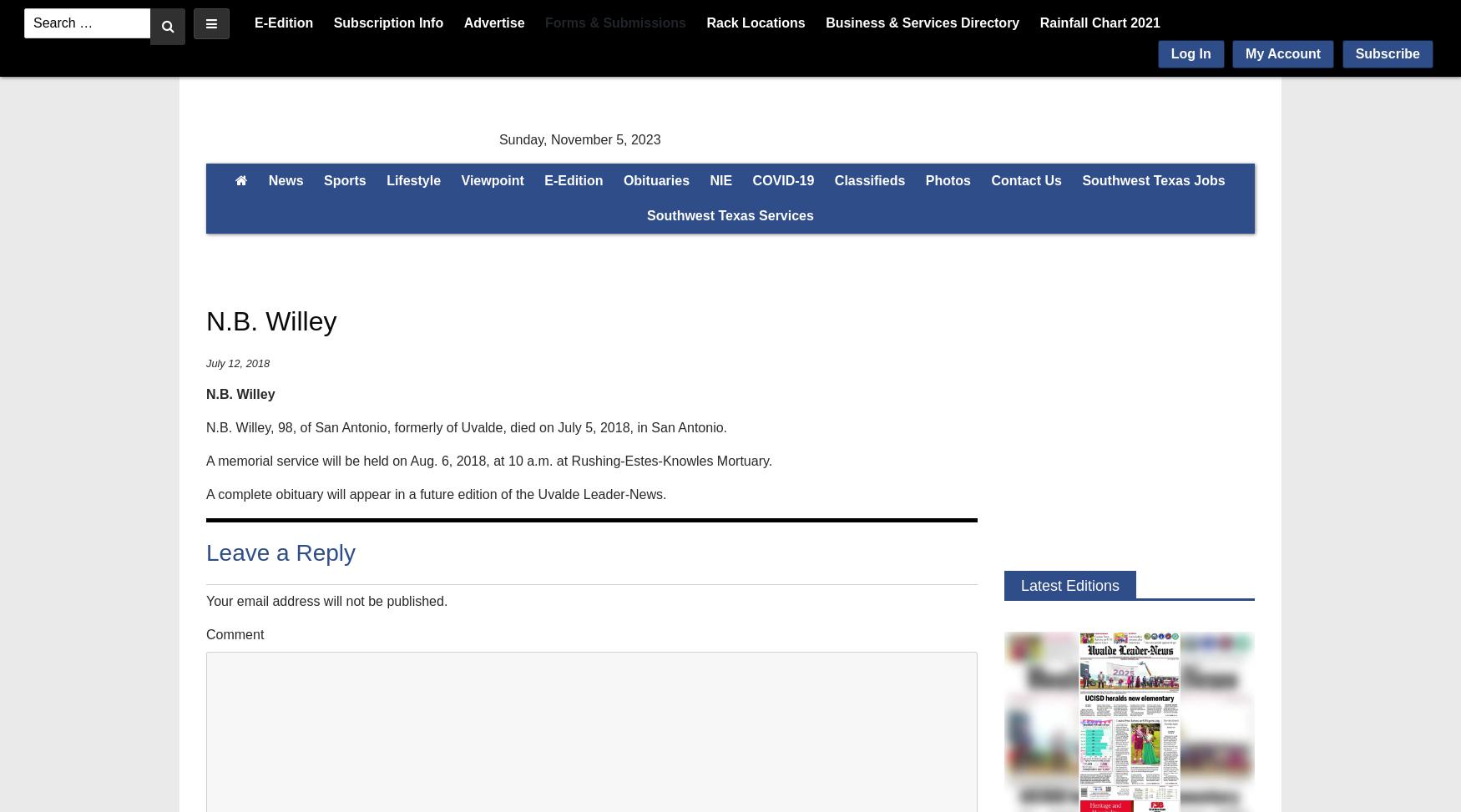  What do you see at coordinates (962, 236) in the screenshot?
I see `'NIE Christmas Parade Entry Form'` at bounding box center [962, 236].